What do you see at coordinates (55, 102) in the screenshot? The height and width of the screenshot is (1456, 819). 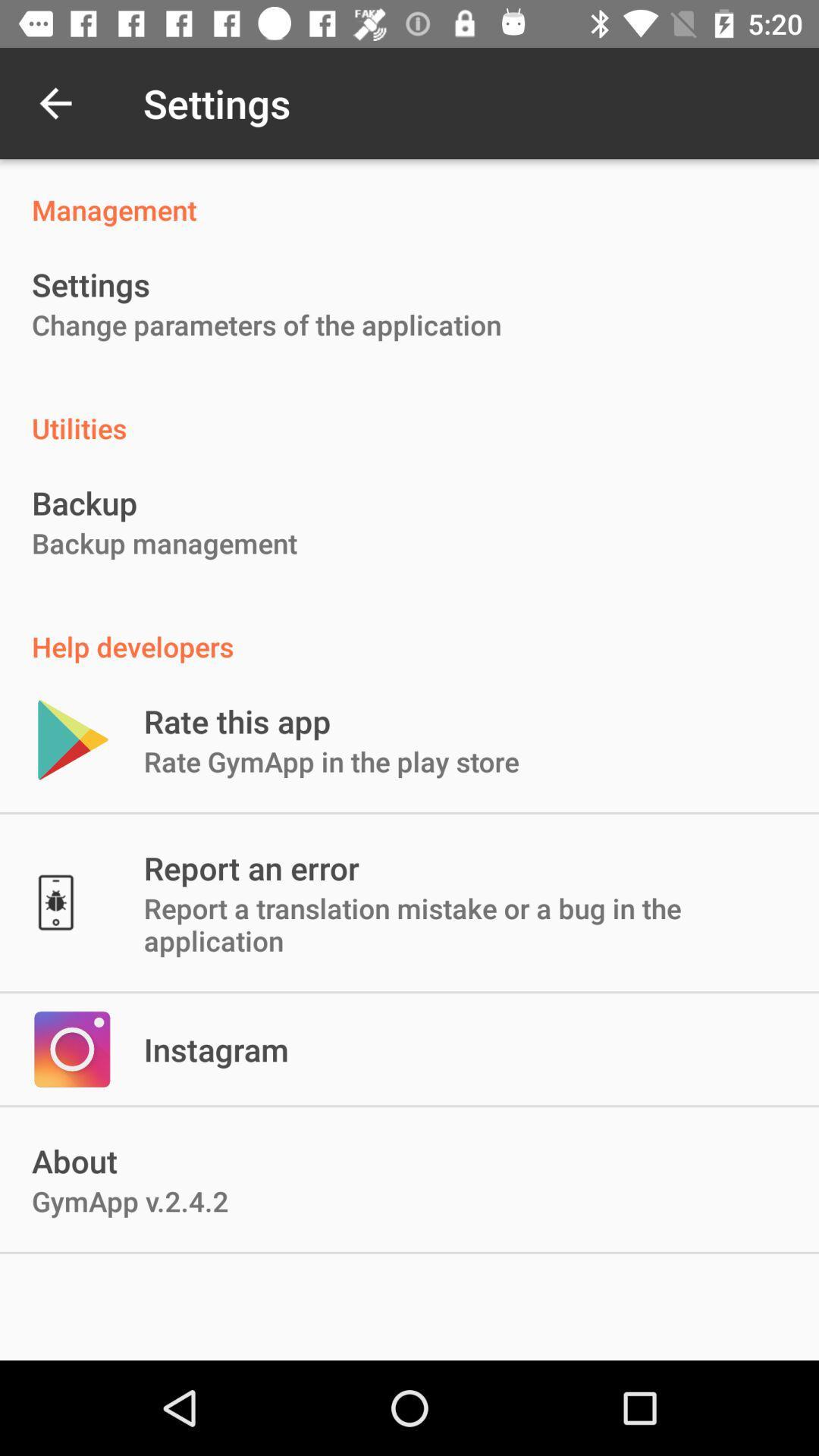 I see `the icon next to the settings item` at bounding box center [55, 102].